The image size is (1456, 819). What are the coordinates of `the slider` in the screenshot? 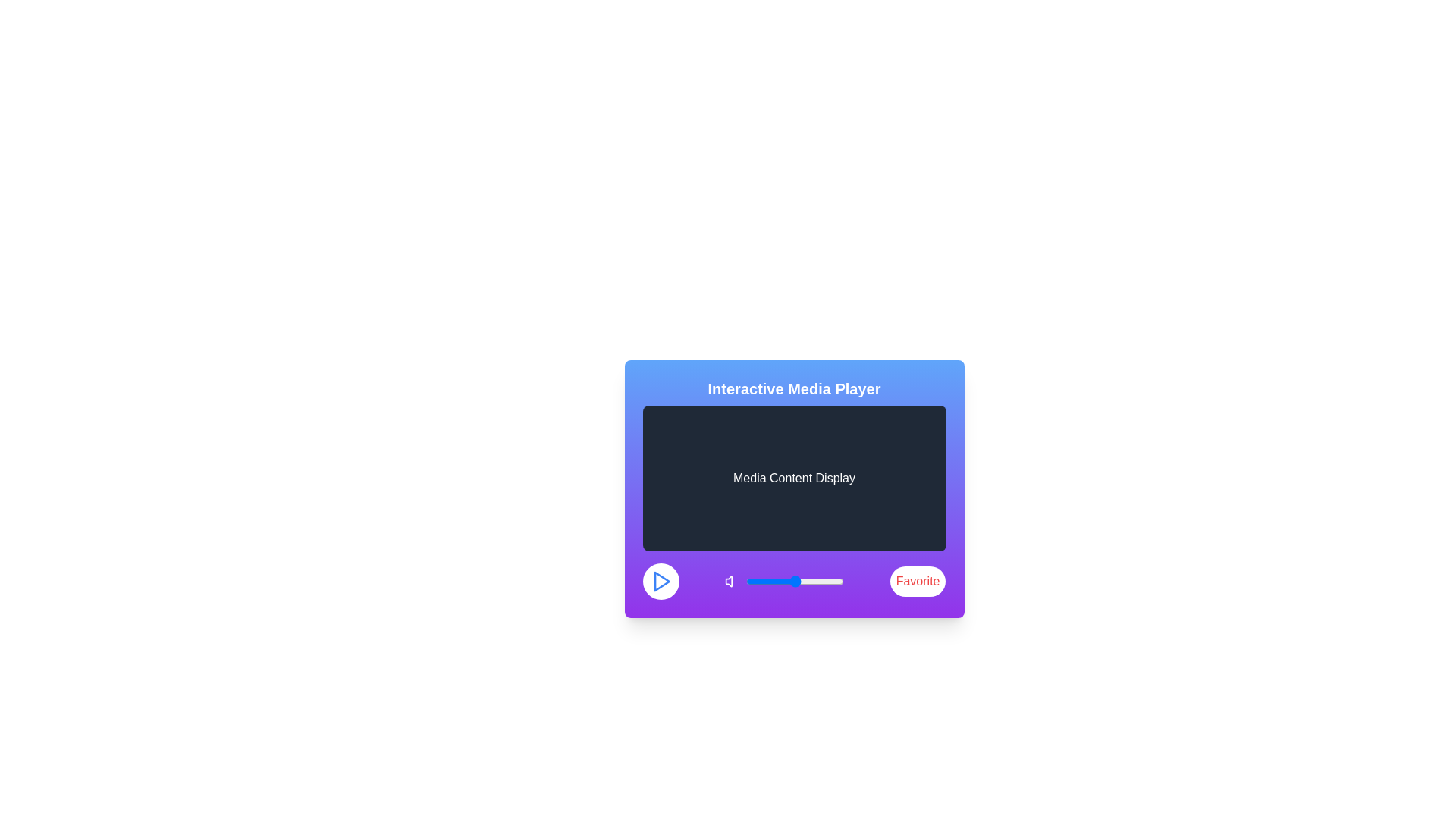 It's located at (753, 581).